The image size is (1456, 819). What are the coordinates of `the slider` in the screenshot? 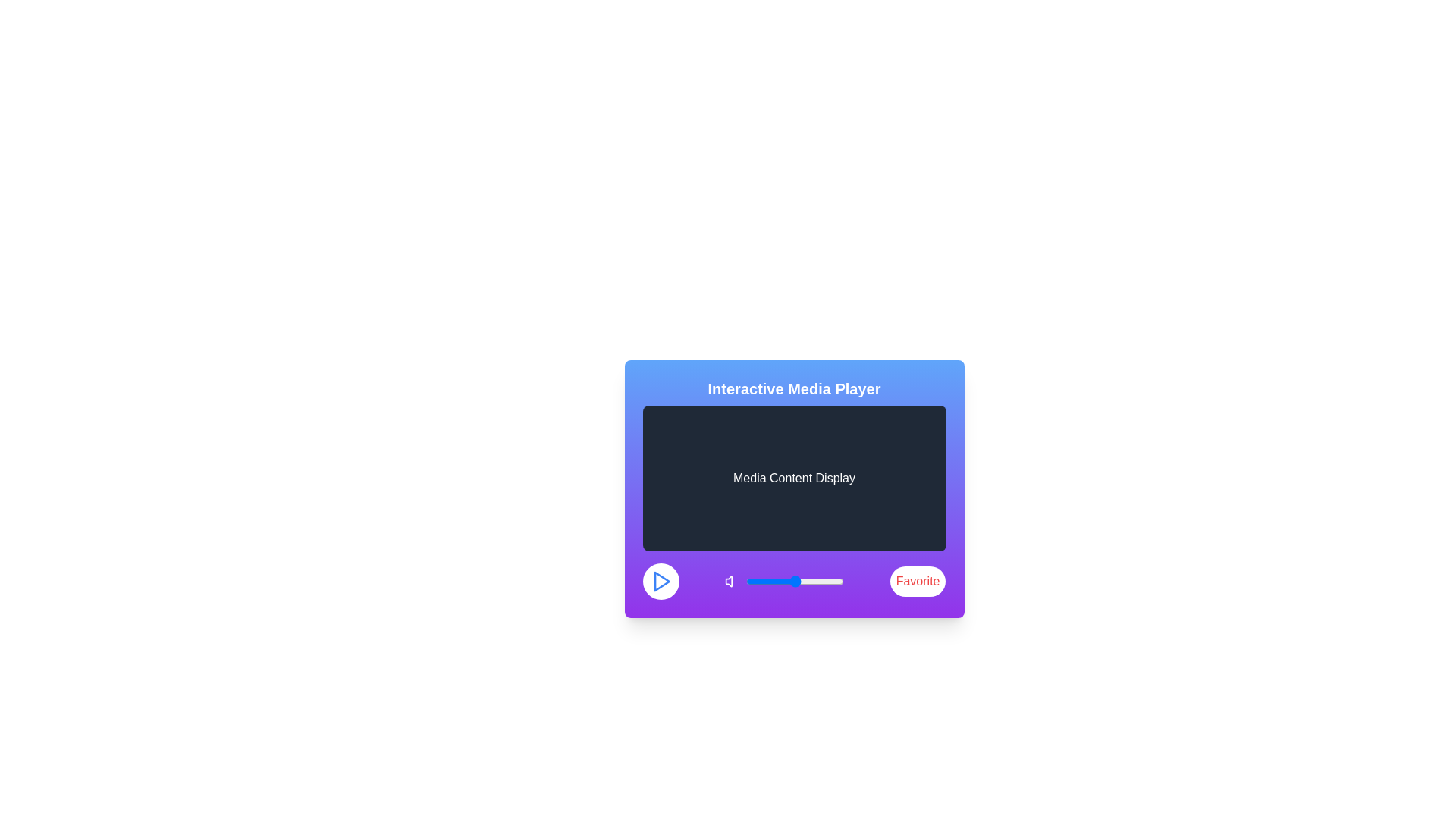 It's located at (753, 581).